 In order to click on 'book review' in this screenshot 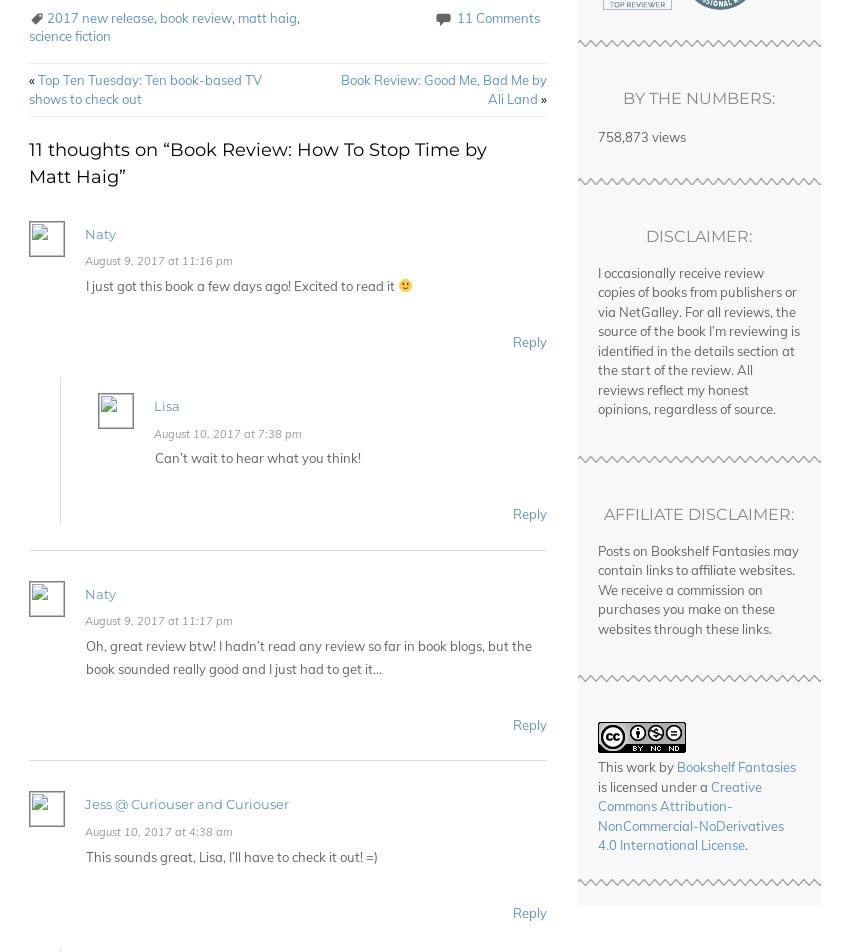, I will do `click(195, 17)`.